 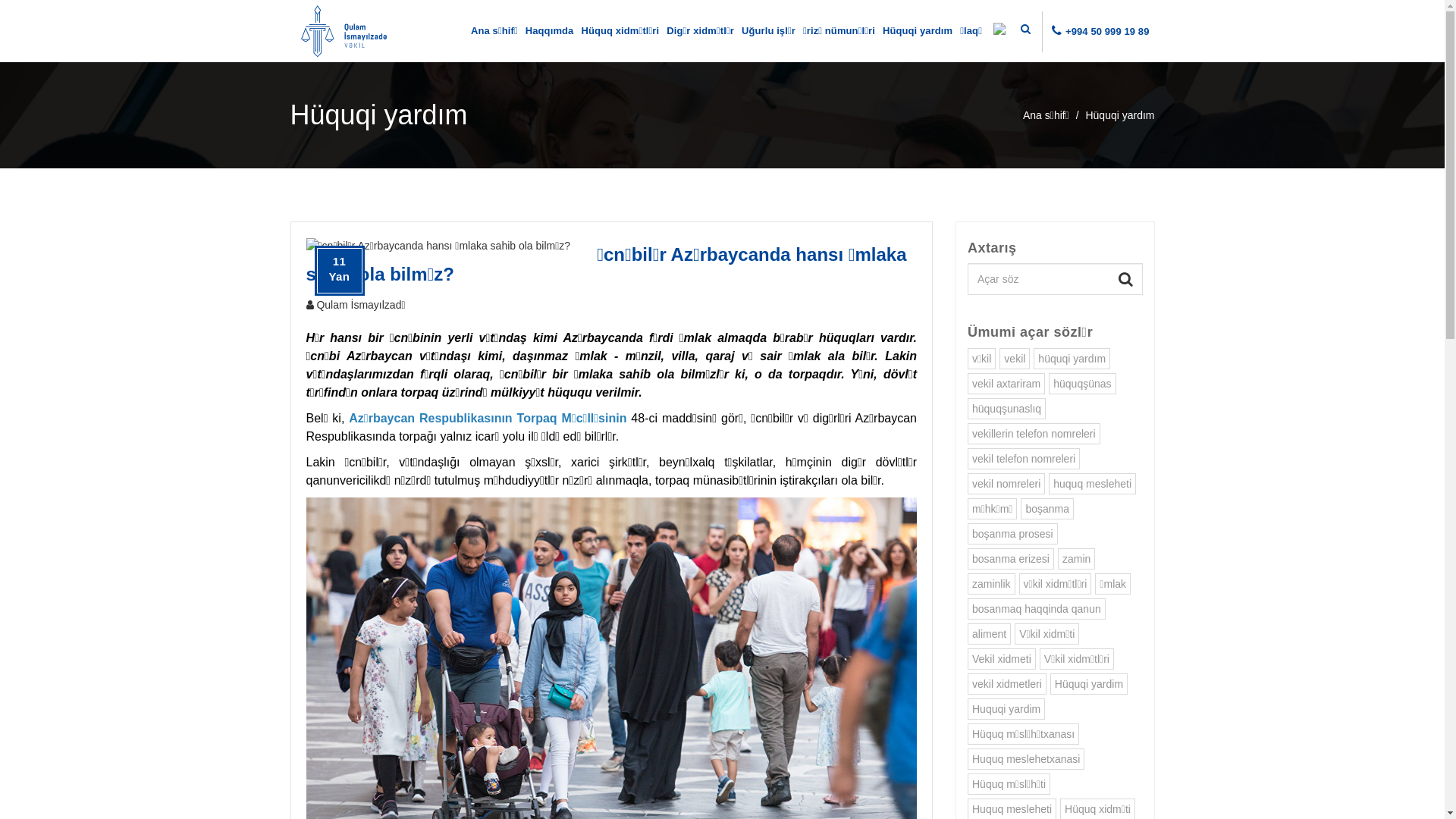 I want to click on 'zaminlik', so click(x=991, y=583).